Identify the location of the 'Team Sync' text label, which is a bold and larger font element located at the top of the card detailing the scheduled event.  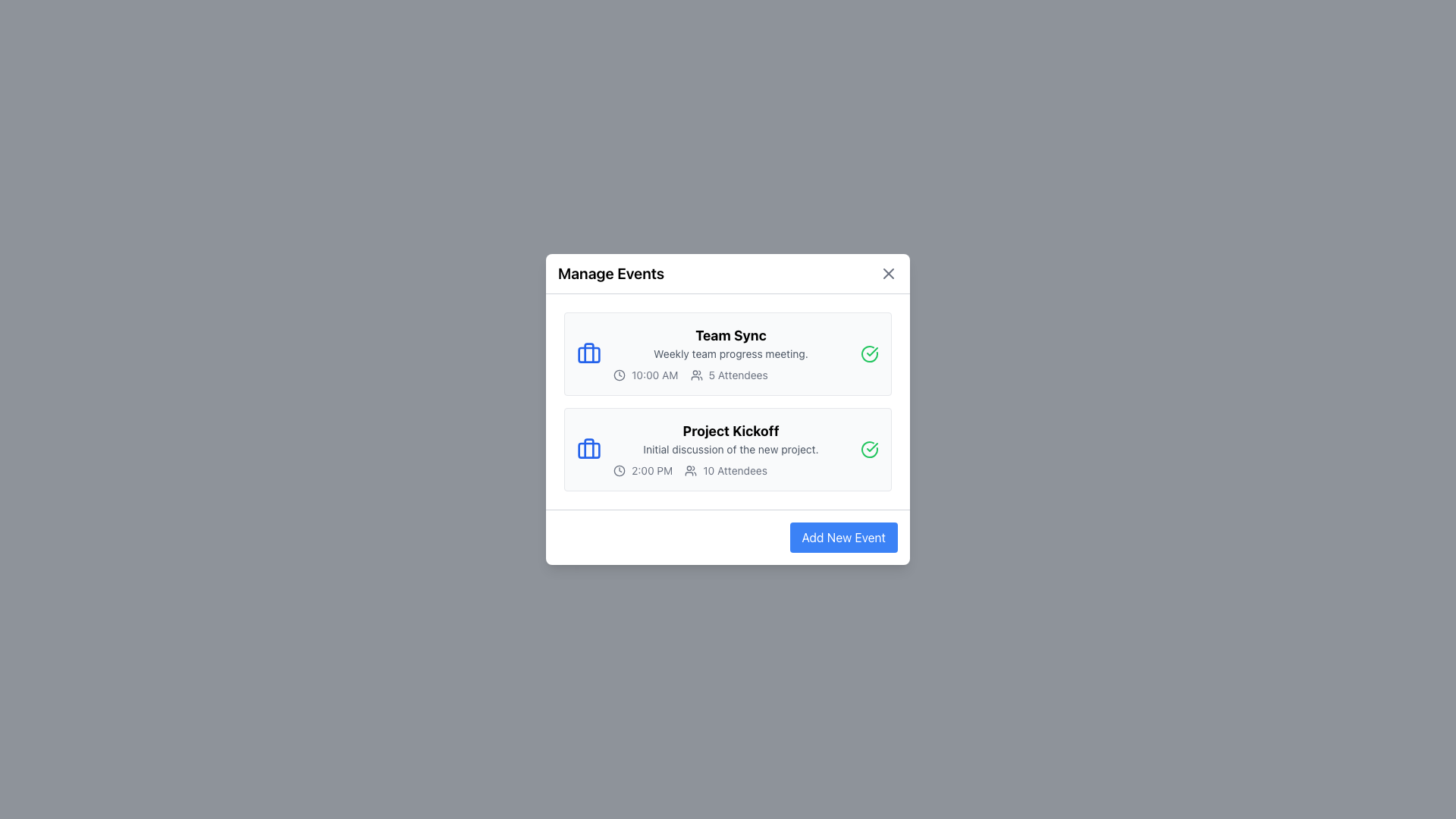
(731, 335).